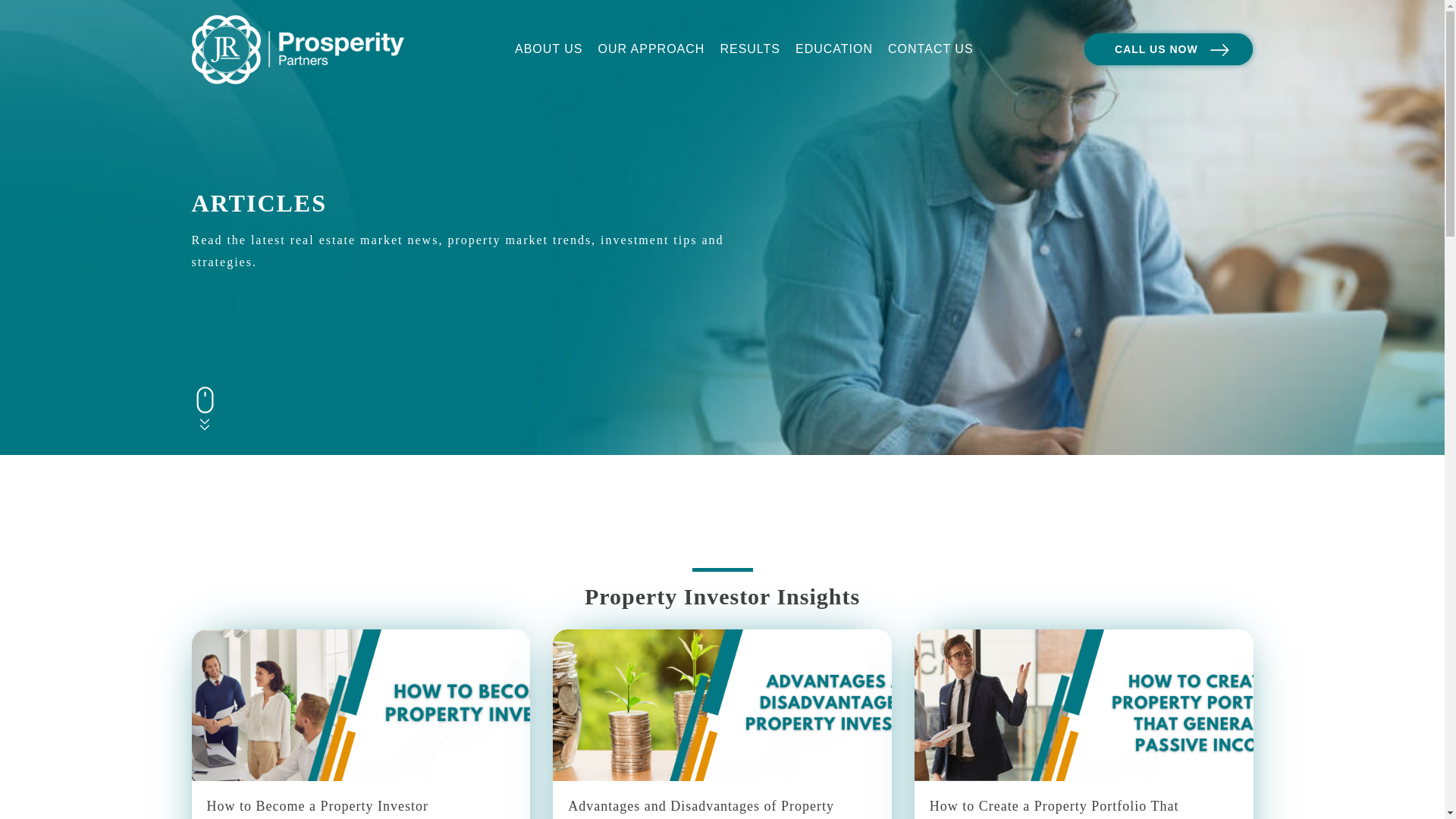 This screenshot has height=819, width=1456. What do you see at coordinates (548, 49) in the screenshot?
I see `'ABOUT US'` at bounding box center [548, 49].